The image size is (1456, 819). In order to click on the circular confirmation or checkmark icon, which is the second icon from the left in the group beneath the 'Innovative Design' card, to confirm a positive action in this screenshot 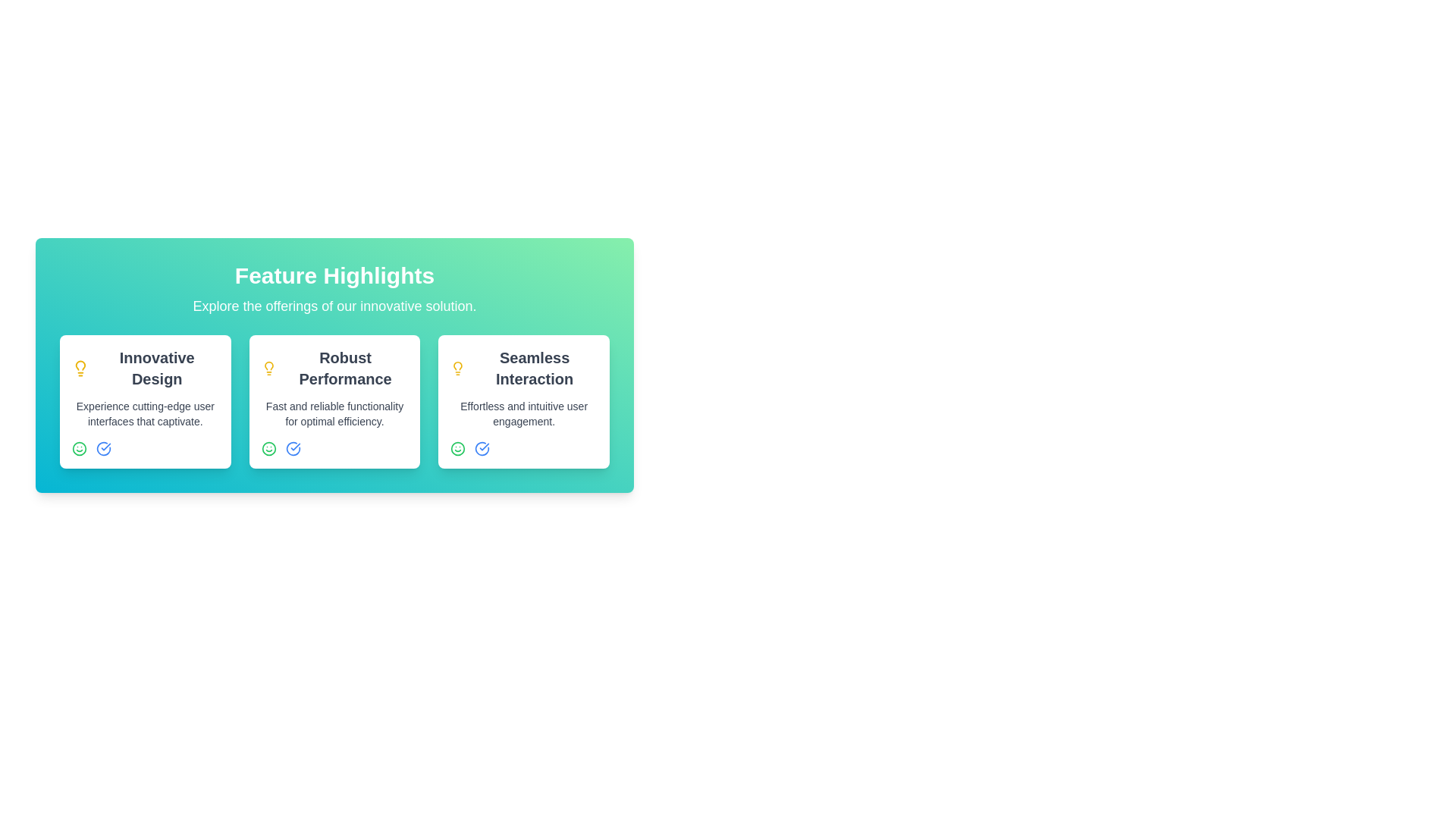, I will do `click(103, 447)`.